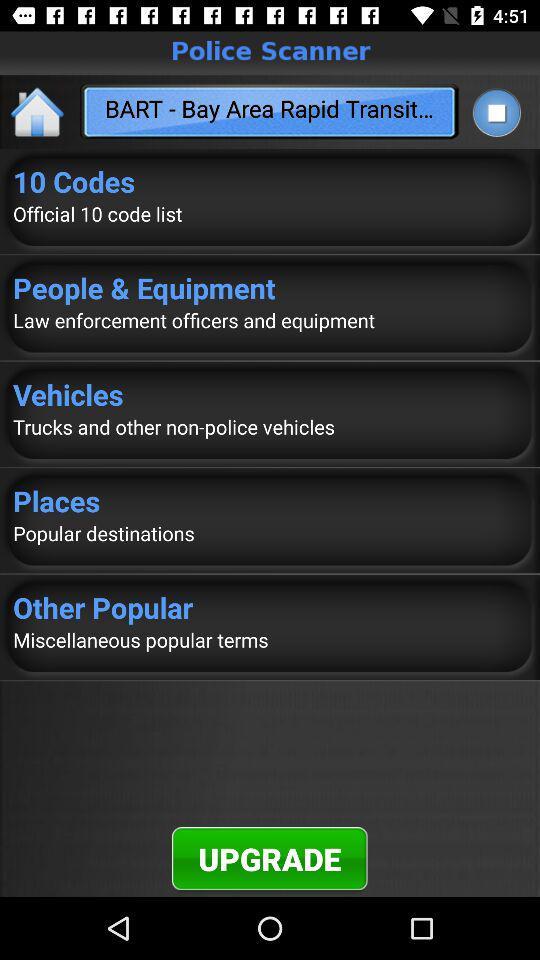 The height and width of the screenshot is (960, 540). Describe the element at coordinates (495, 112) in the screenshot. I see `item next to bart bay area app` at that location.